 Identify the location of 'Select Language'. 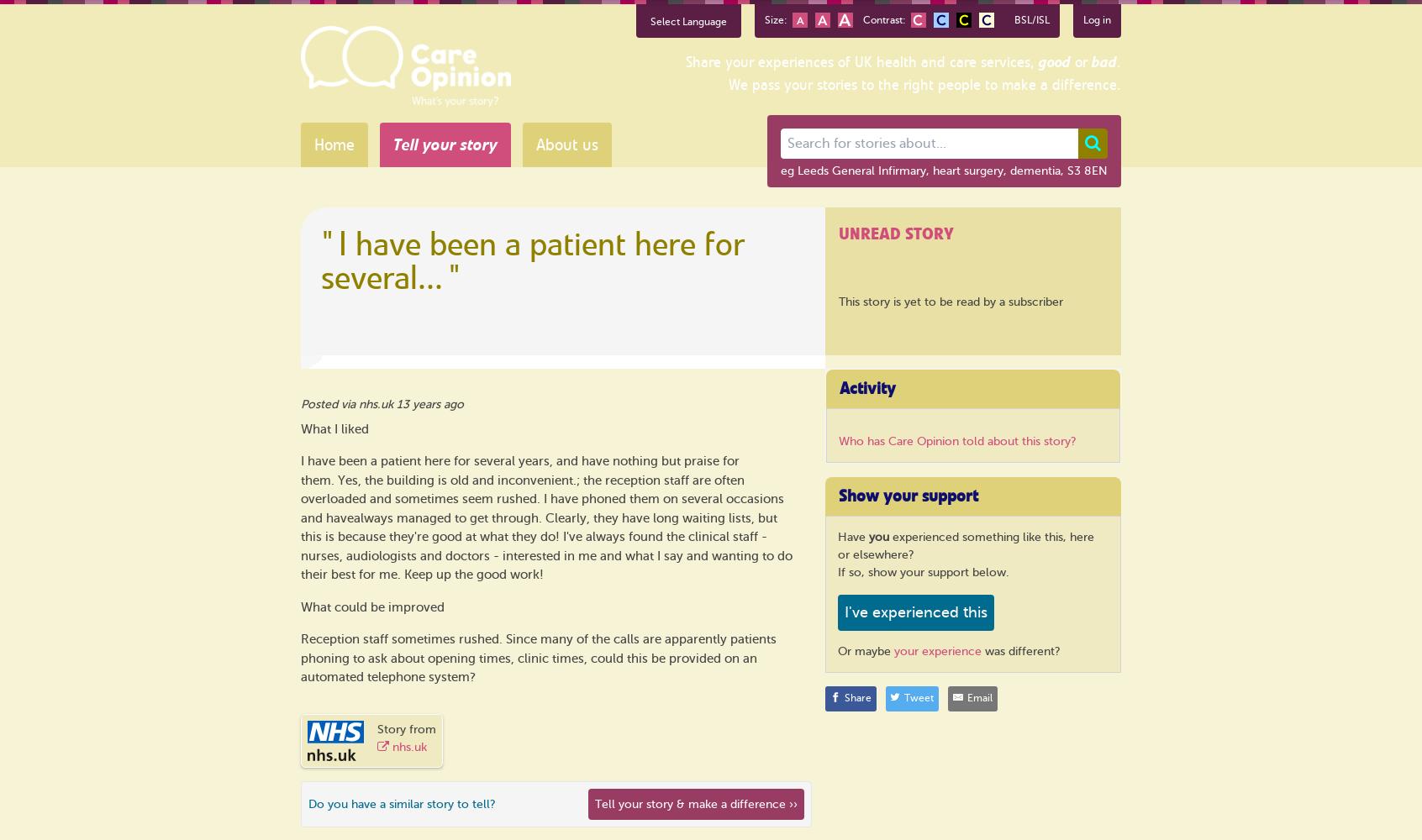
(688, 22).